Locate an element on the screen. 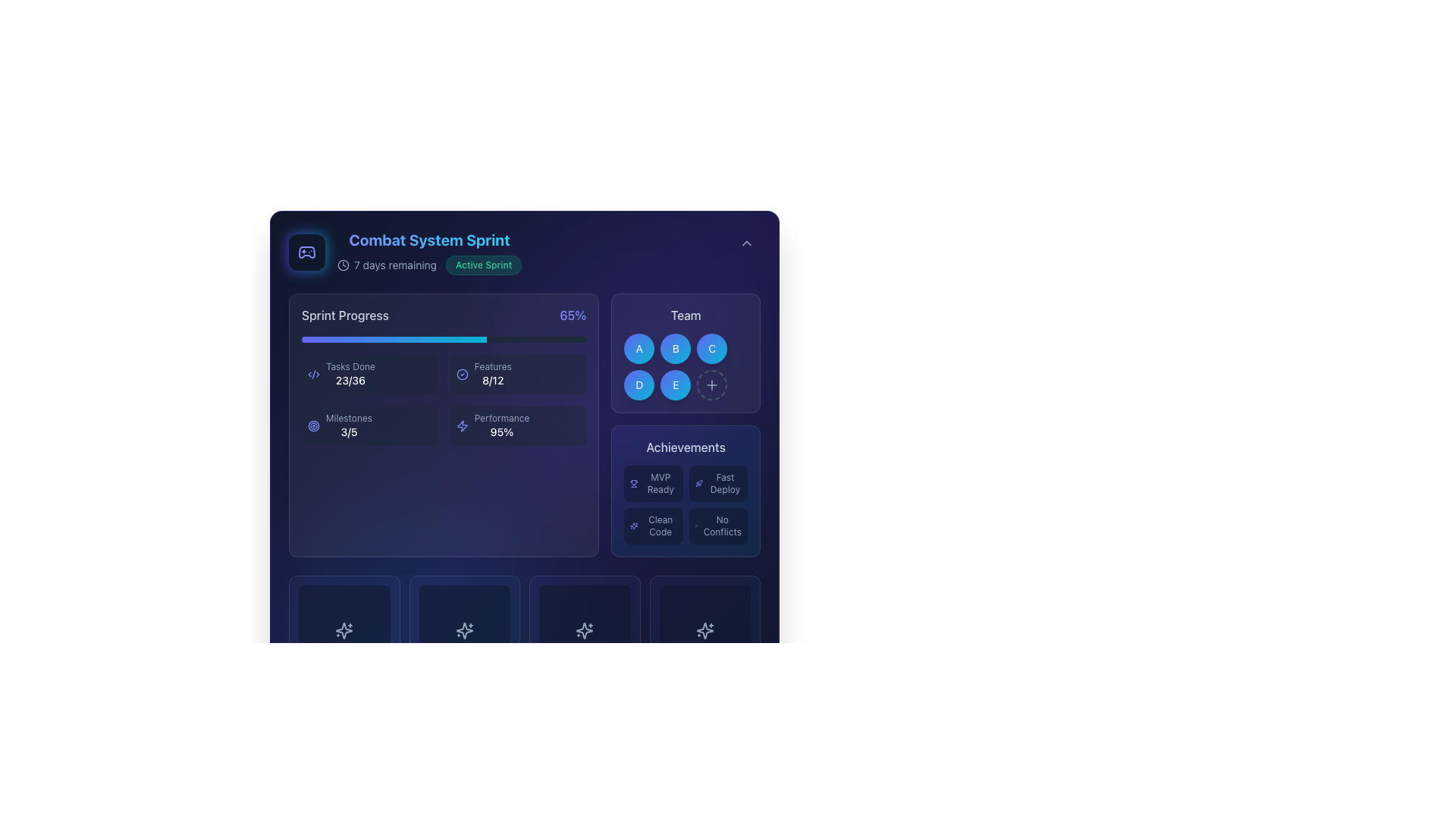  the filled segment of the progress indicator located below the 'Sprint Progress' label, which visually represents 65% completion of the task is located at coordinates (394, 338).